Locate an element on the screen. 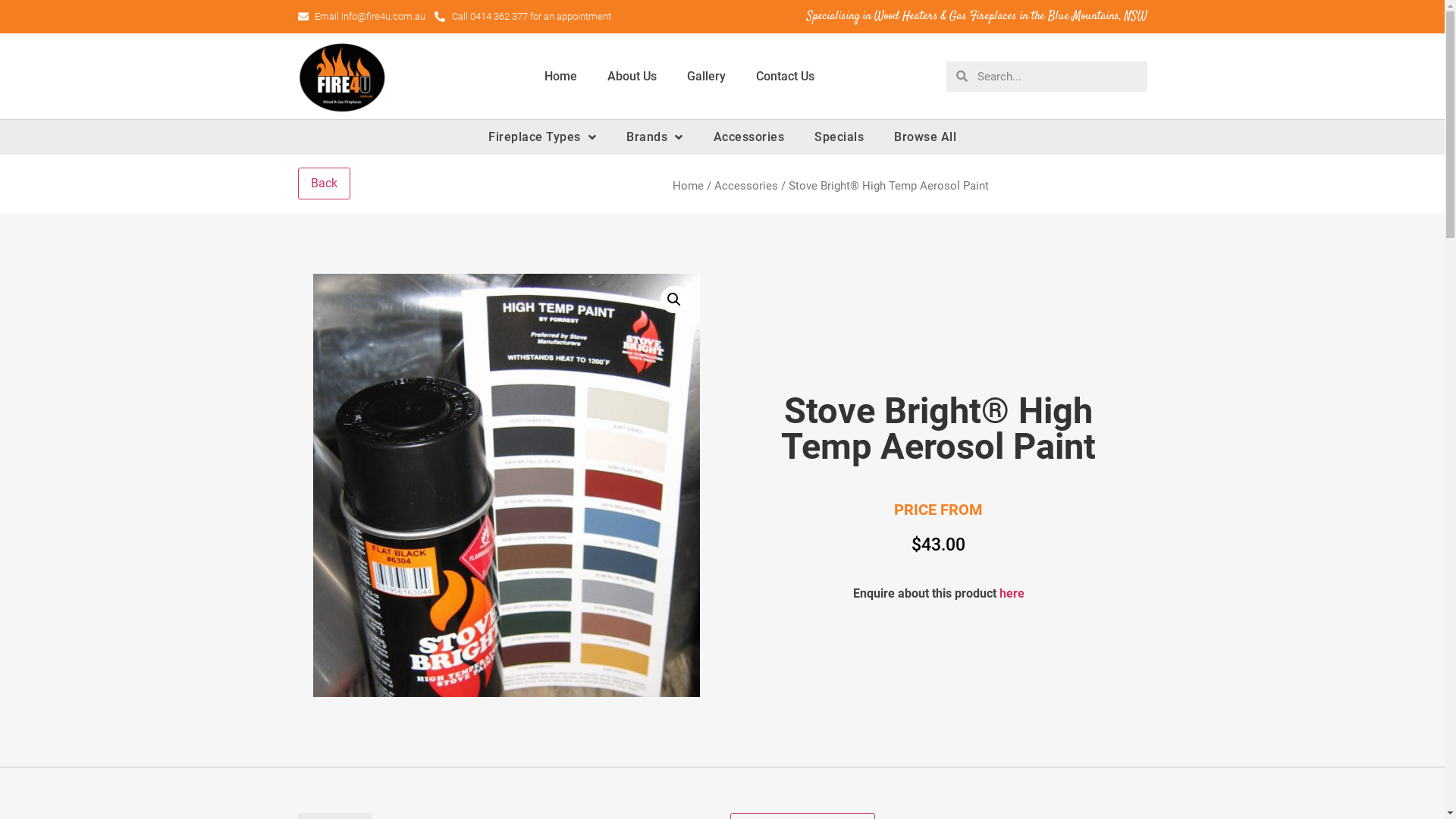 The image size is (1456, 819). 'Call 0414 362 377 for an appointment' is located at coordinates (522, 17).